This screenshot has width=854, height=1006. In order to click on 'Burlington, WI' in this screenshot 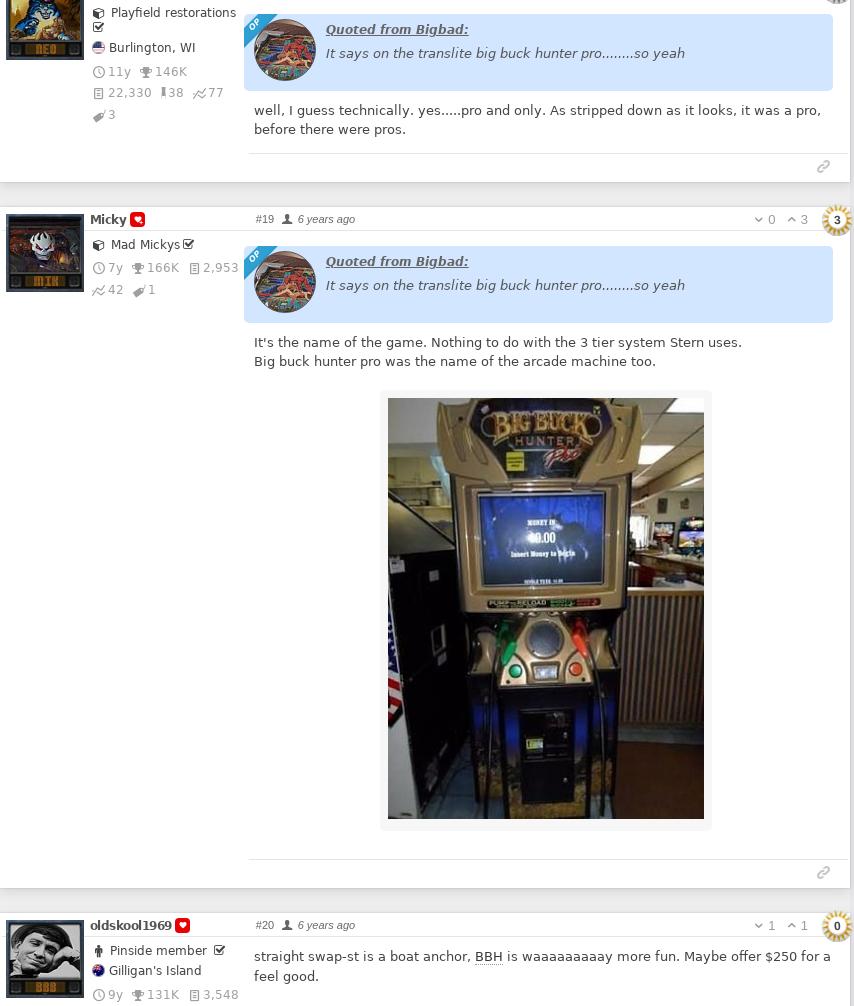, I will do `click(104, 46)`.